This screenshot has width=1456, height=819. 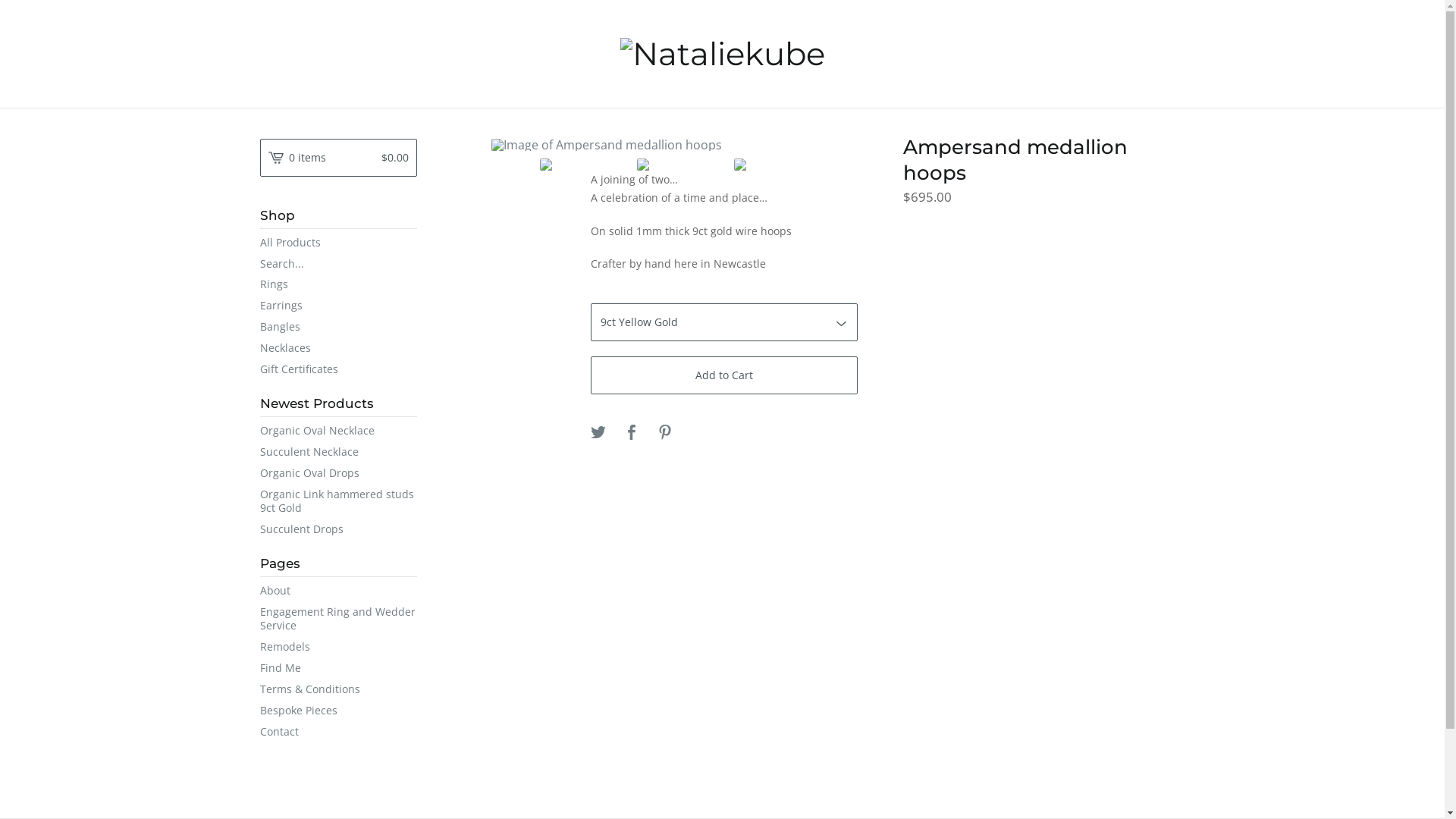 I want to click on 'Bespoke Pieces', so click(x=337, y=711).